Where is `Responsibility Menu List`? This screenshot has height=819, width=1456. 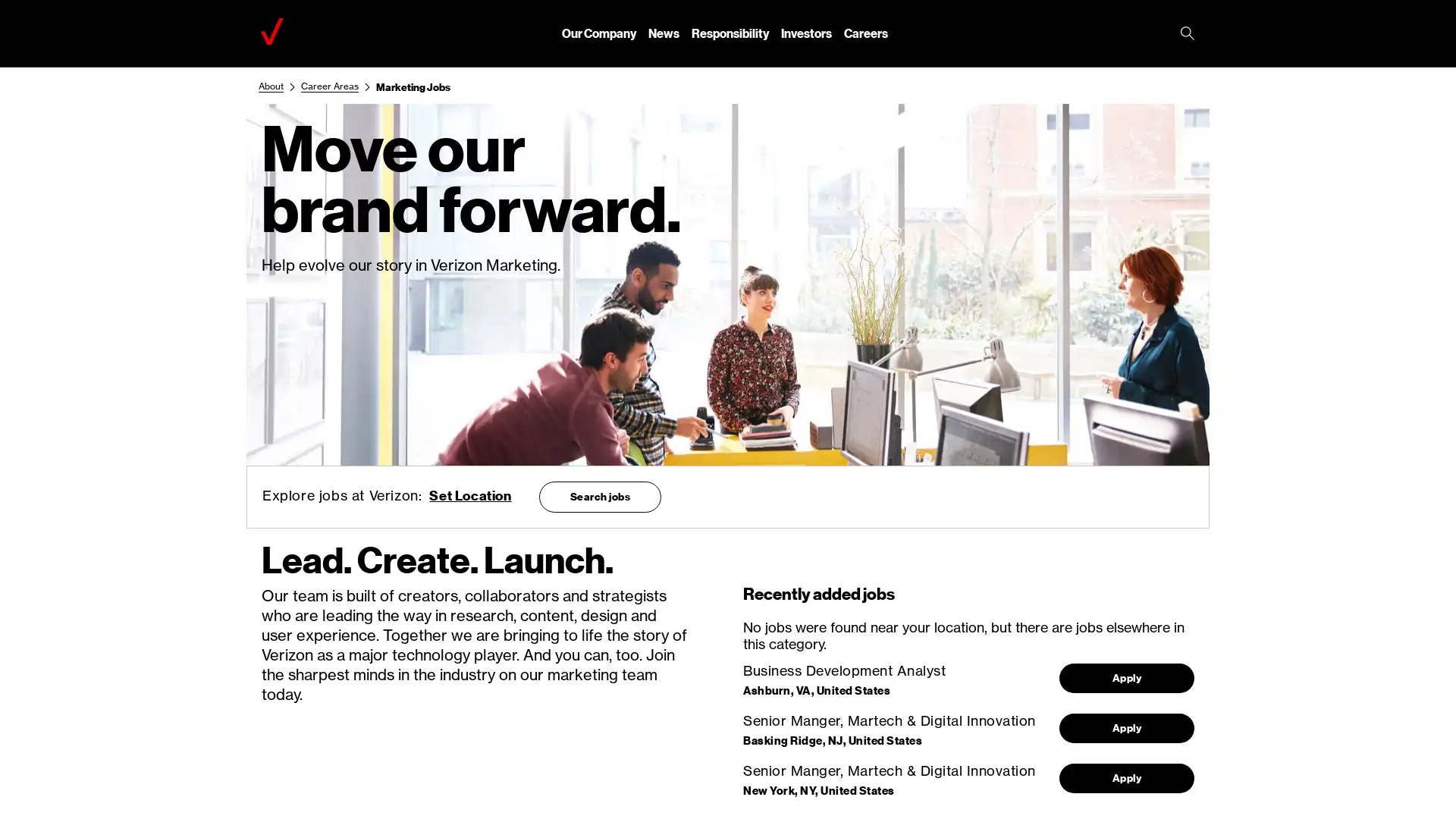
Responsibility Menu List is located at coordinates (730, 33).